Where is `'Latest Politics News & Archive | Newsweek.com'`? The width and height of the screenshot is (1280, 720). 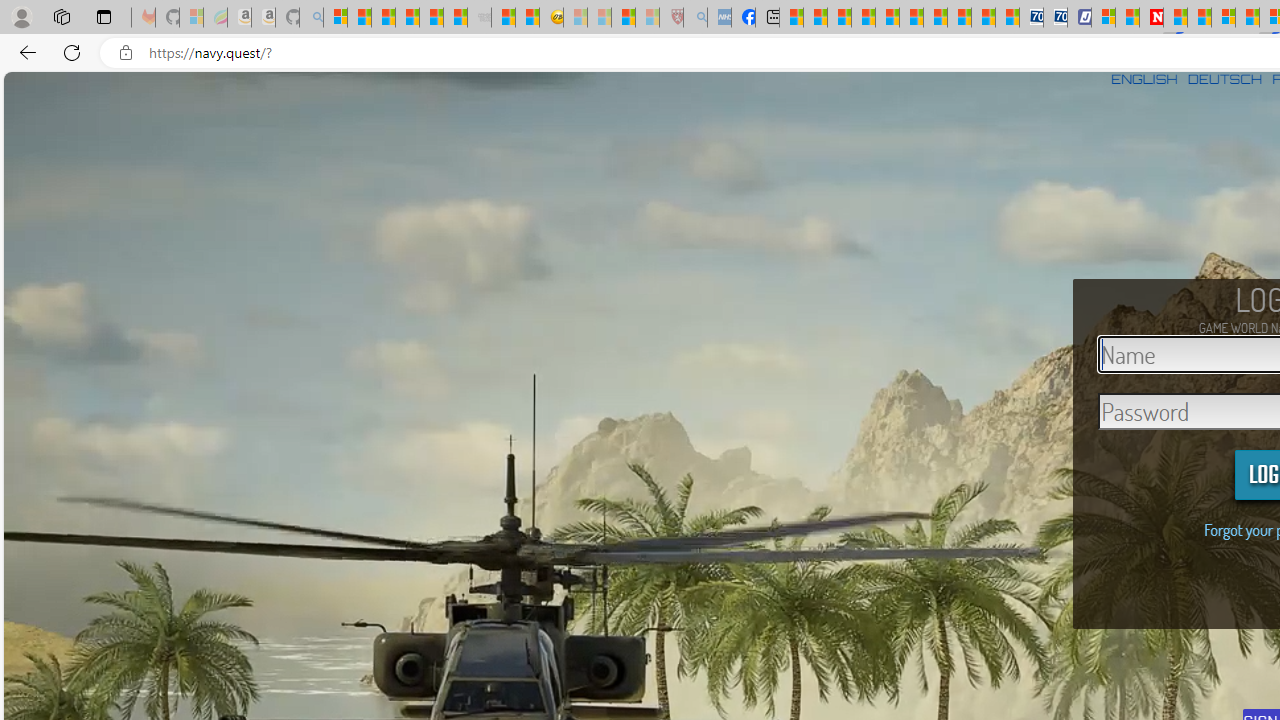
'Latest Politics News & Archive | Newsweek.com' is located at coordinates (1152, 17).